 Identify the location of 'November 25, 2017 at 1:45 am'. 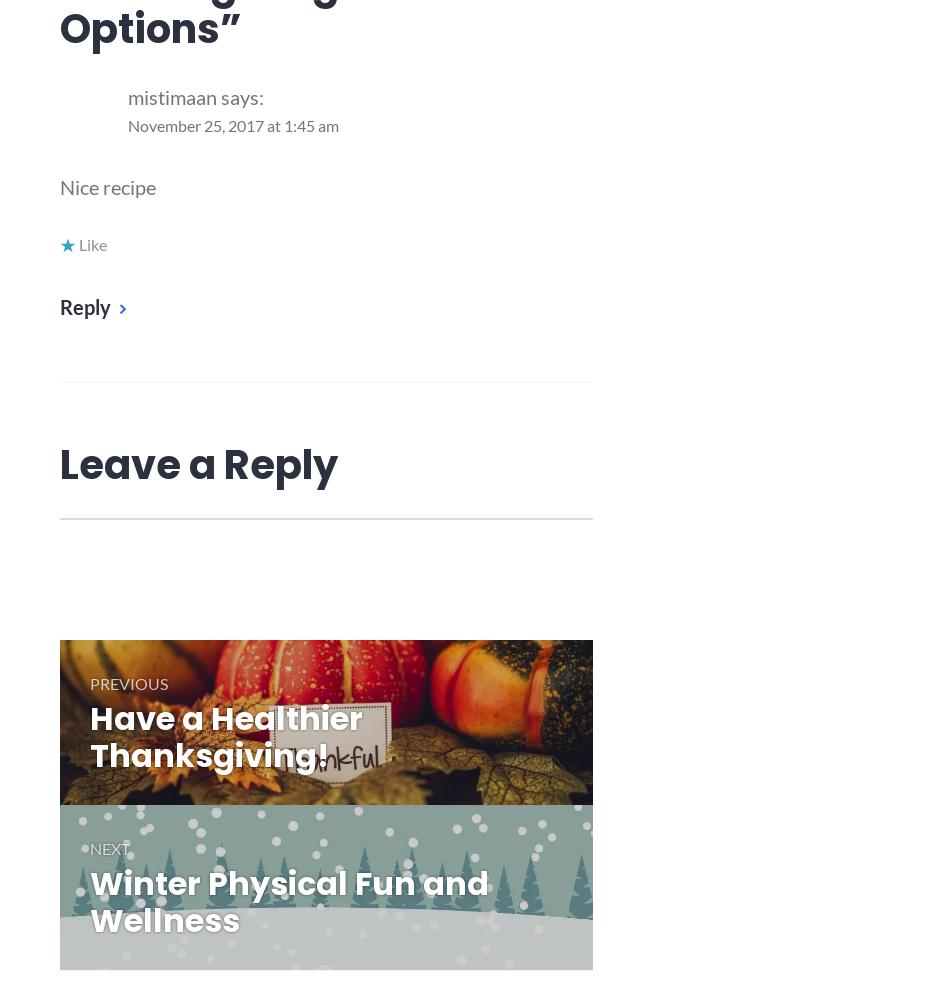
(232, 125).